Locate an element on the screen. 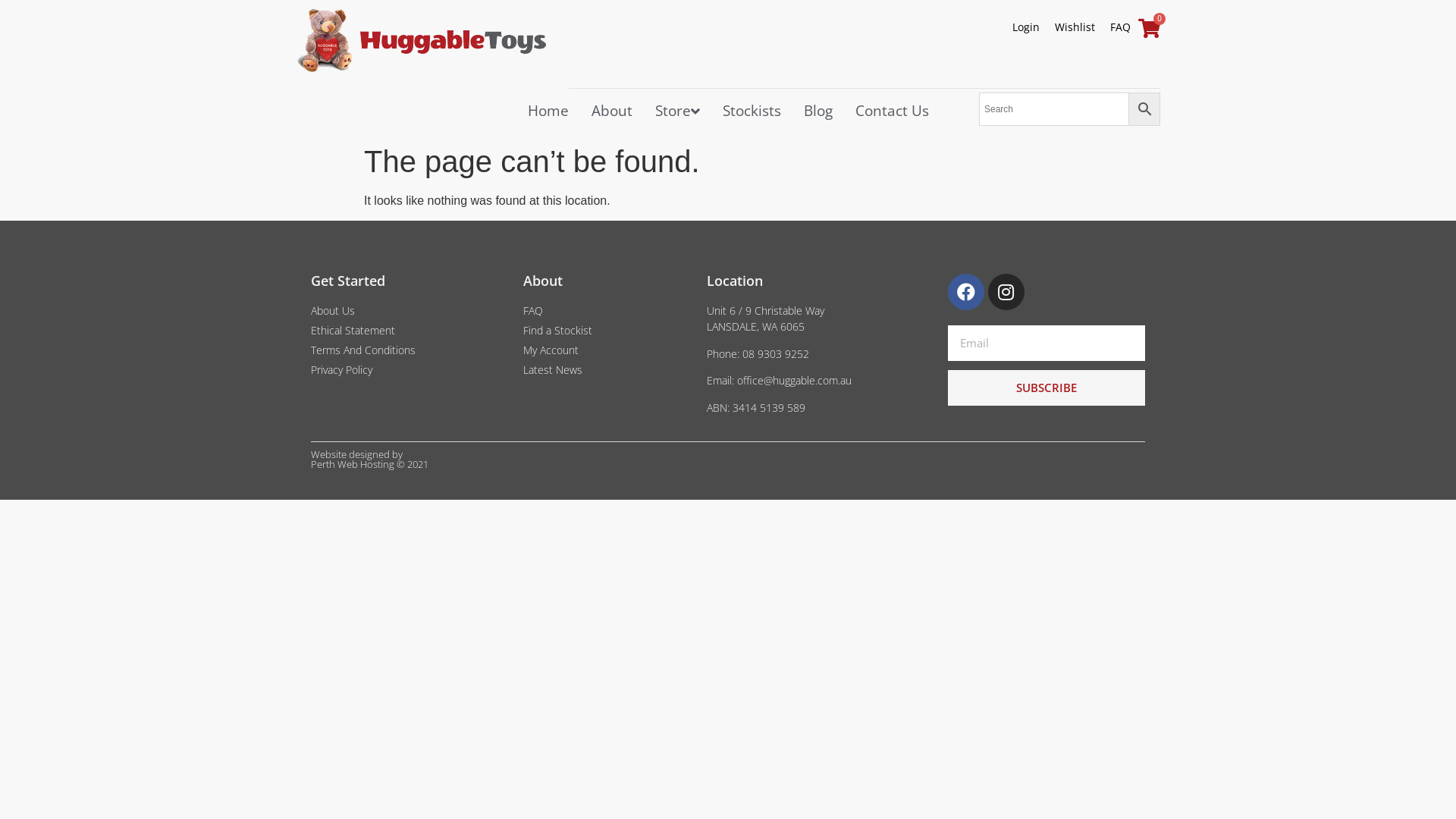  'office@huggable.com.au' is located at coordinates (793, 379).